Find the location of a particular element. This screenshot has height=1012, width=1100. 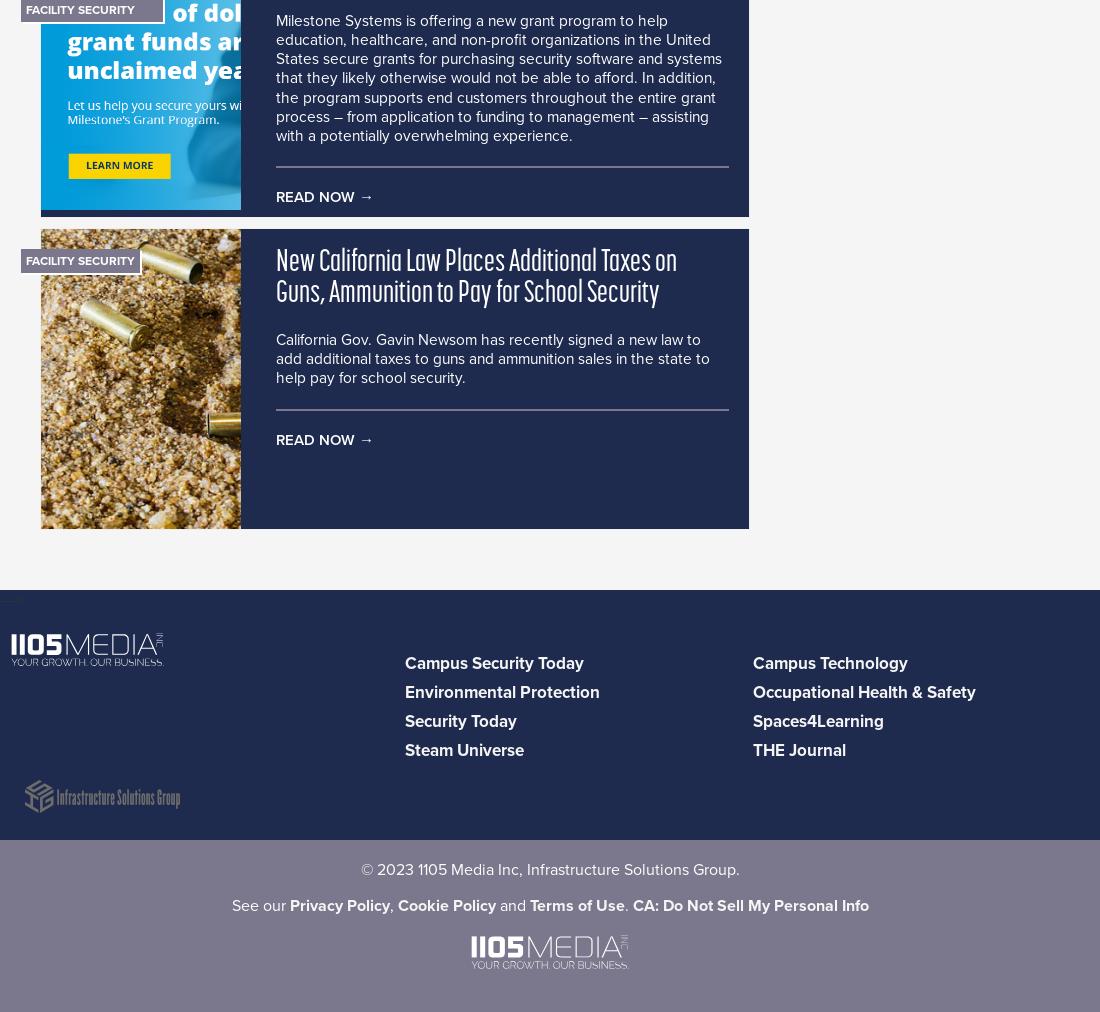

',' is located at coordinates (393, 906).